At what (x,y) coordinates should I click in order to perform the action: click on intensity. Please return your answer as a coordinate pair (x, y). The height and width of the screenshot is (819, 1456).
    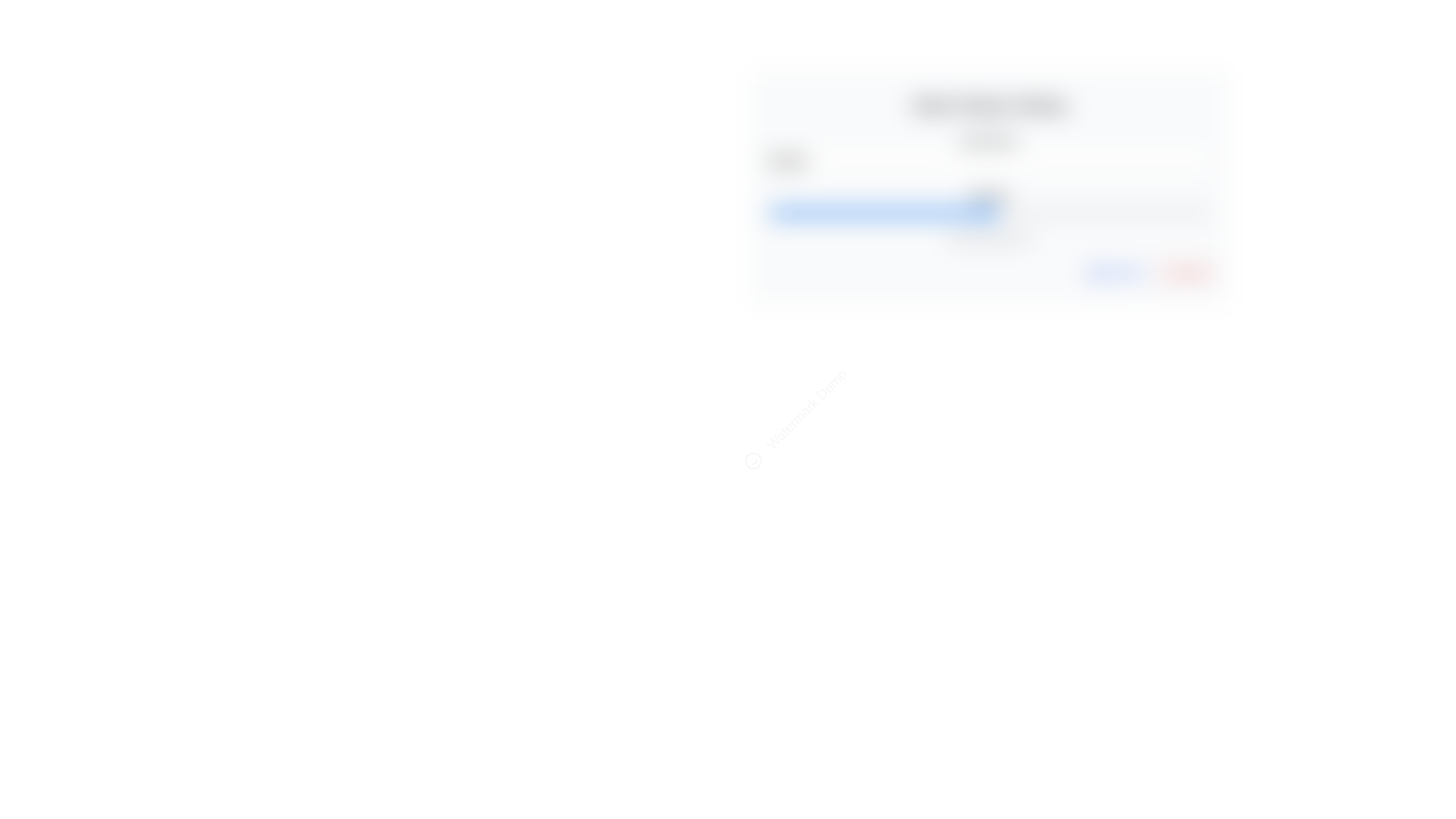
    Looking at the image, I should click on (1068, 213).